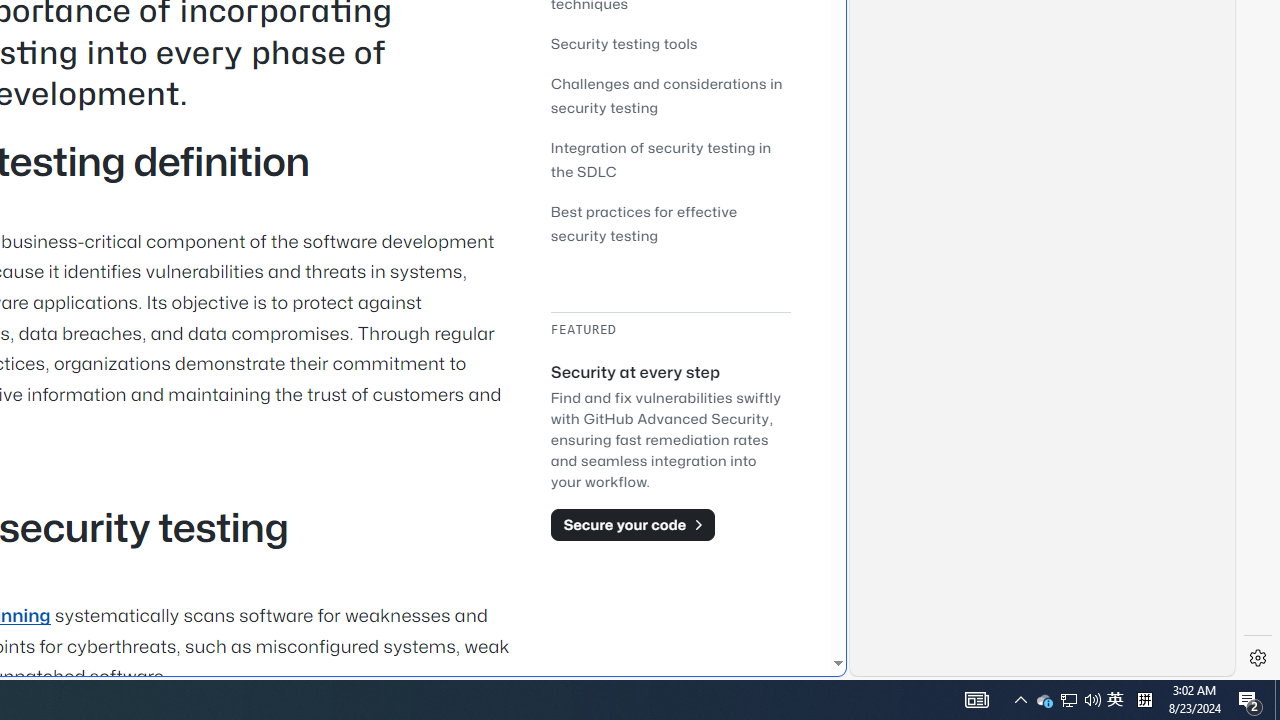  Describe the element at coordinates (670, 95) in the screenshot. I see `'Challenges and considerations in security testing'` at that location.